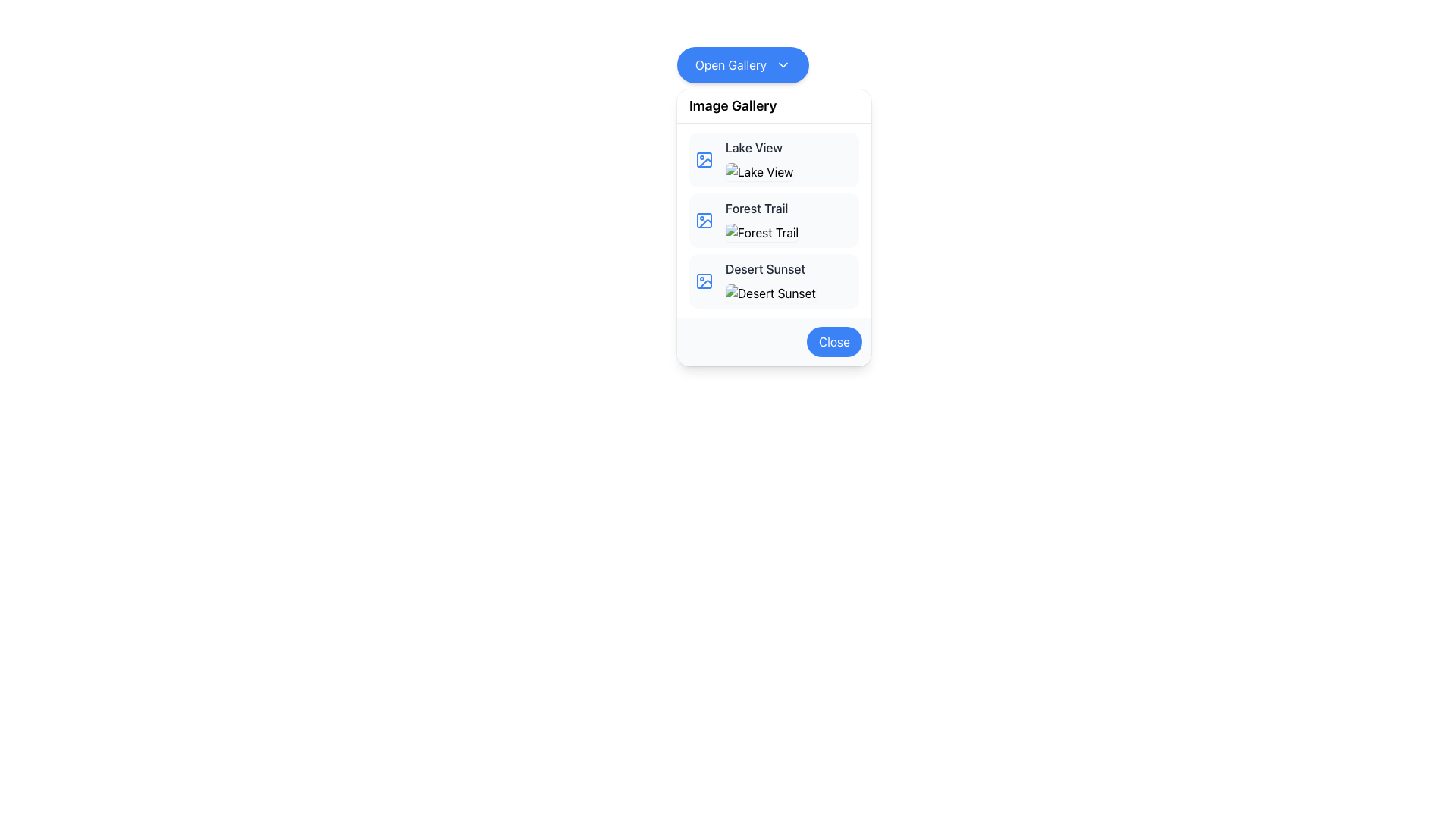 The image size is (1456, 819). Describe the element at coordinates (833, 342) in the screenshot. I see `the circular 'Close' button with a blue background and white text to observe its hover effect` at that location.